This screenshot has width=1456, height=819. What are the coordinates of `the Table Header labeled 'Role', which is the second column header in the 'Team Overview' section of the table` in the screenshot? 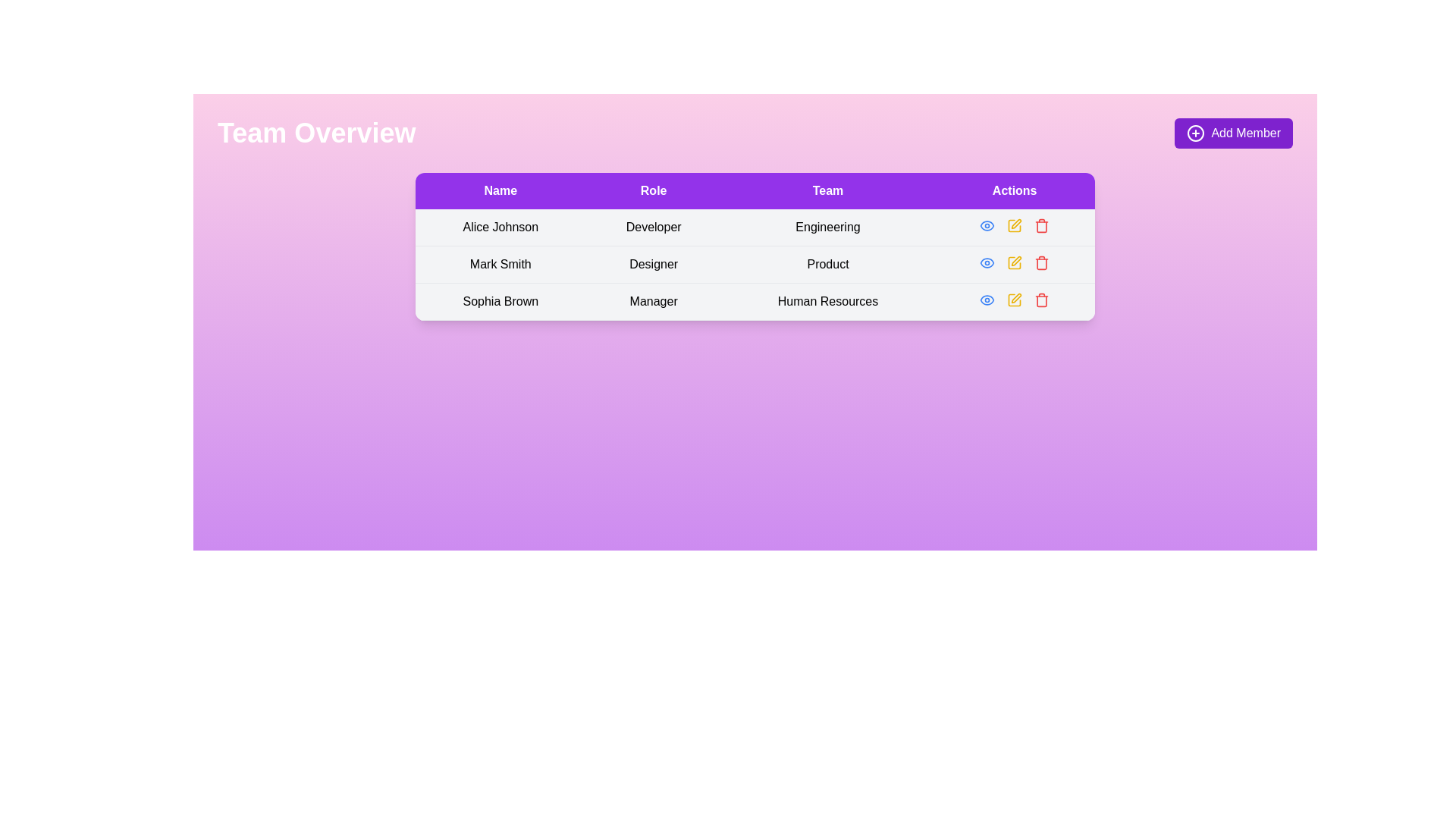 It's located at (654, 190).